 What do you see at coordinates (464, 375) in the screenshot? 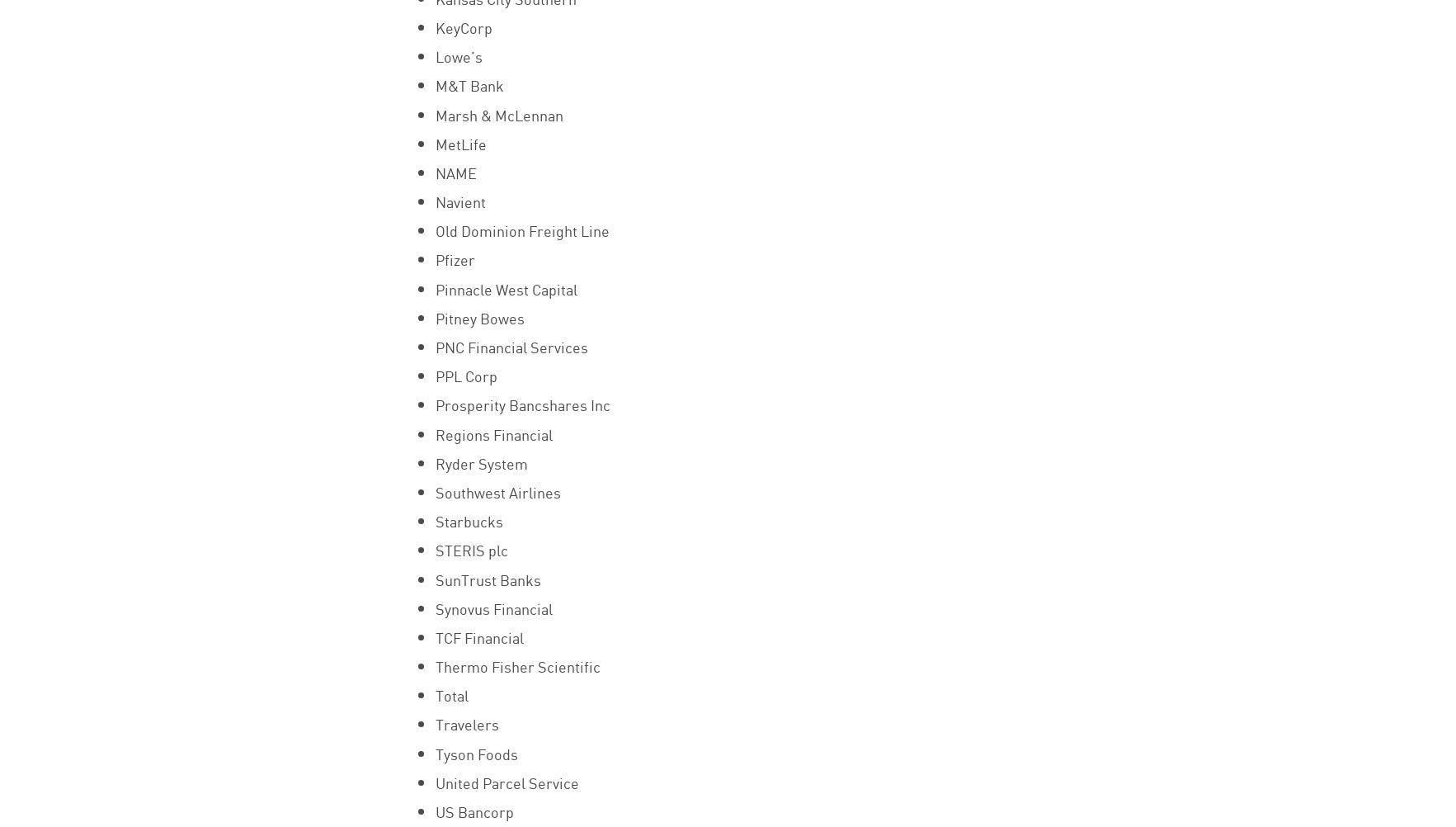
I see `'PPL Corp'` at bounding box center [464, 375].